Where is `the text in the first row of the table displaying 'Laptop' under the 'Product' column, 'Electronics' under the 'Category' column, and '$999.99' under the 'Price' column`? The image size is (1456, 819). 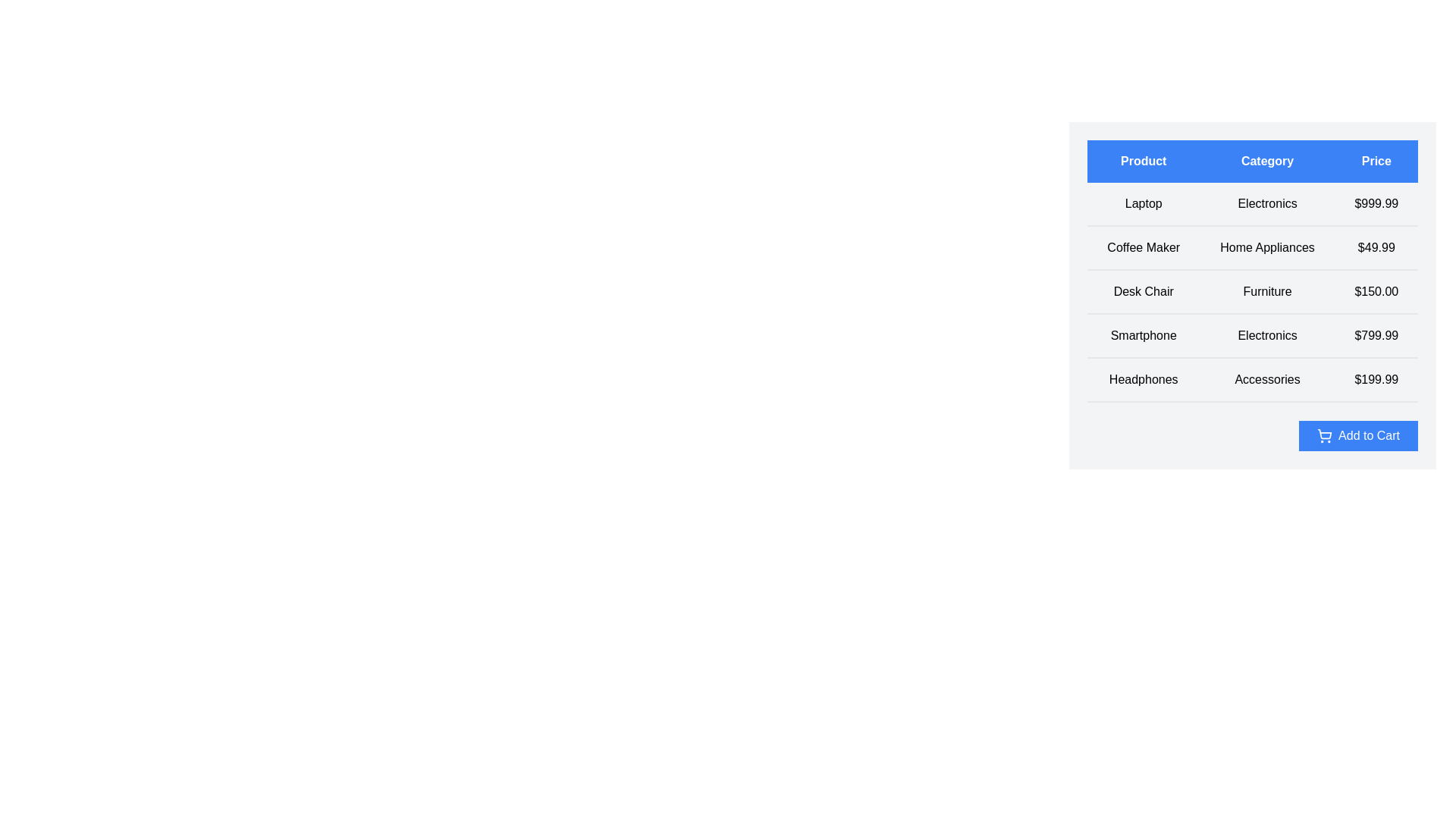 the text in the first row of the table displaying 'Laptop' under the 'Product' column, 'Electronics' under the 'Category' column, and '$999.99' under the 'Price' column is located at coordinates (1252, 203).